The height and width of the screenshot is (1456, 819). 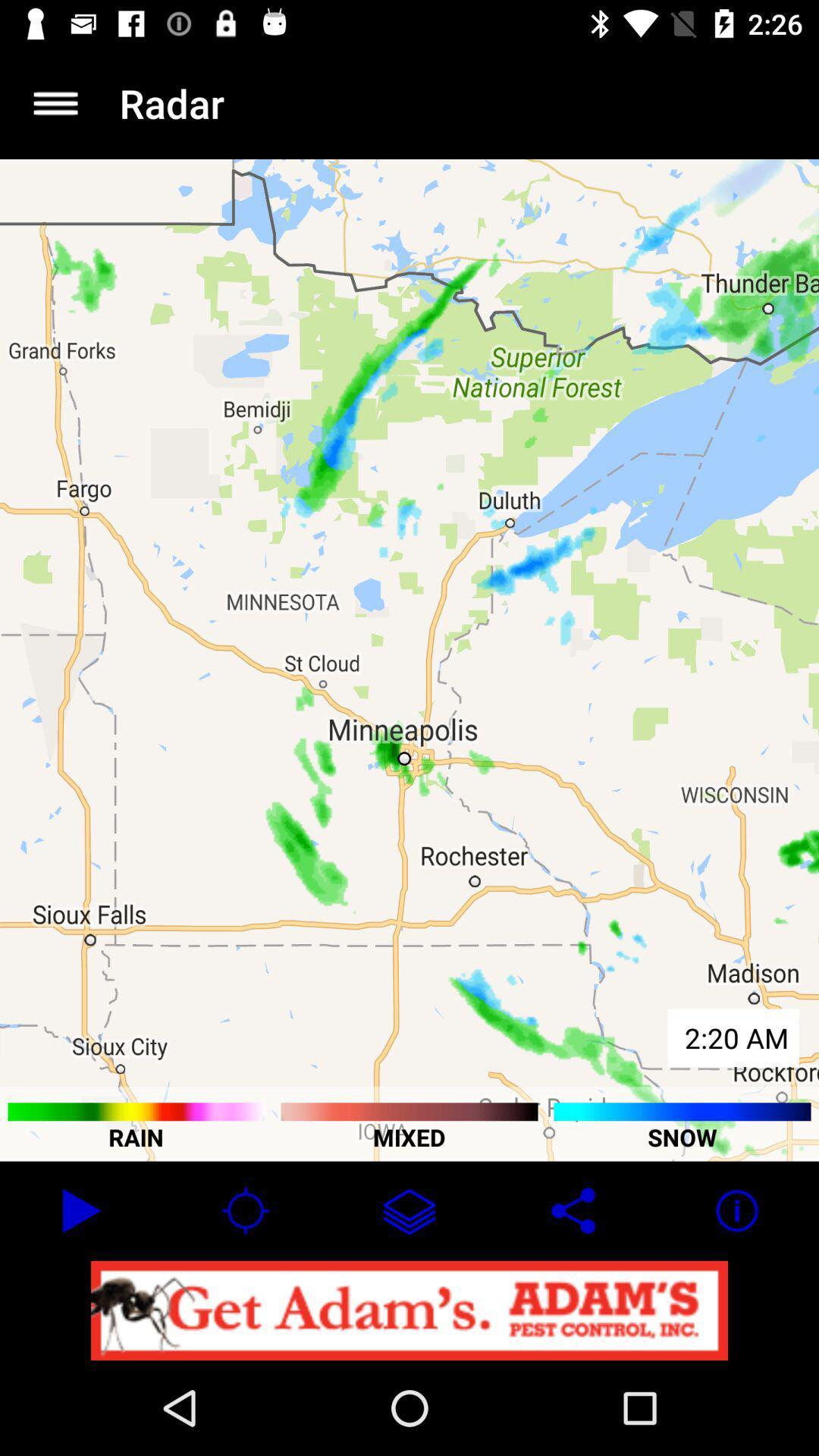 I want to click on the menu icon, so click(x=55, y=102).